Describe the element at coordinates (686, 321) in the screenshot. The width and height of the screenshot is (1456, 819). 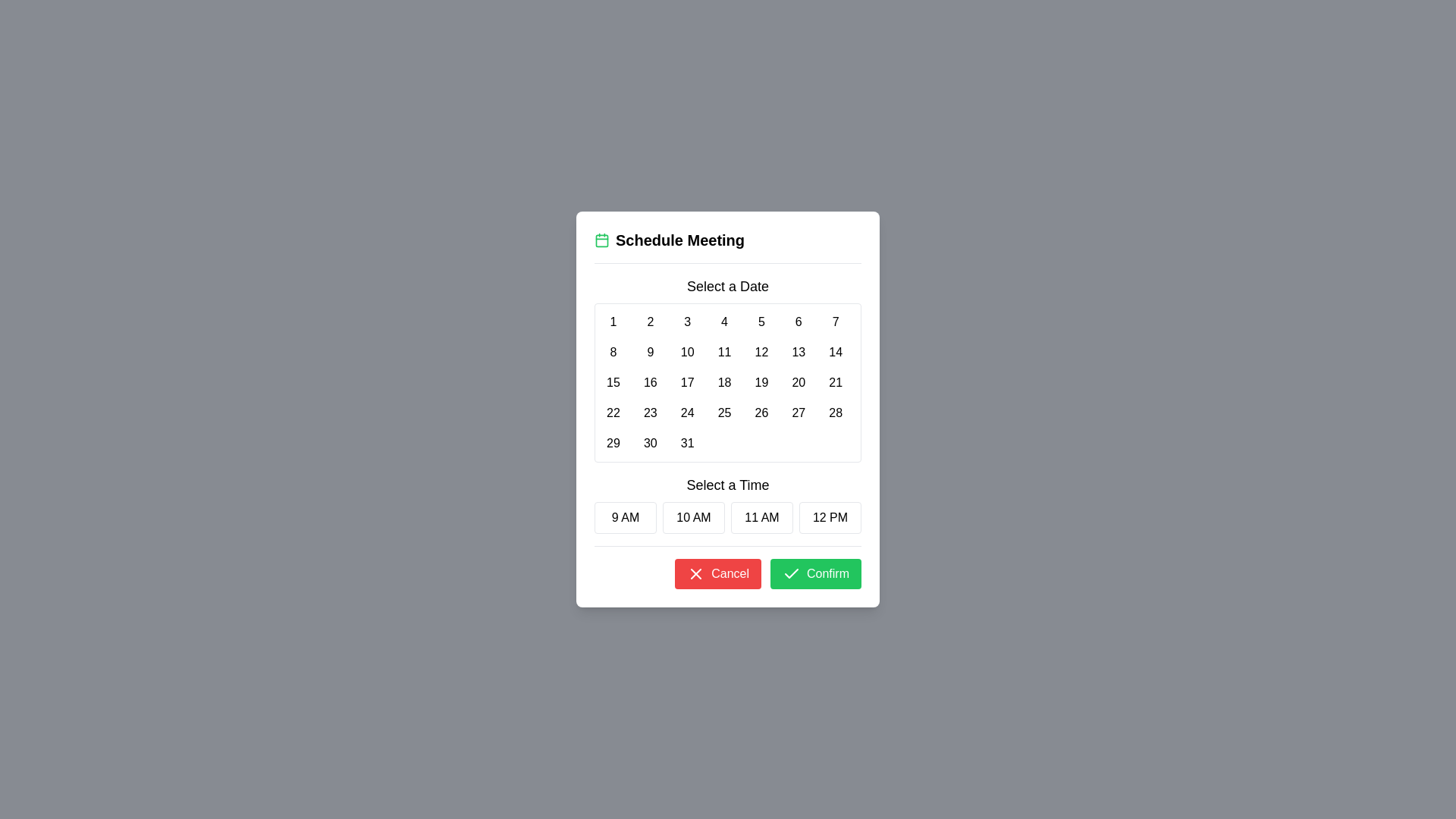
I see `the square button with rounded corners containing the number '3'` at that location.